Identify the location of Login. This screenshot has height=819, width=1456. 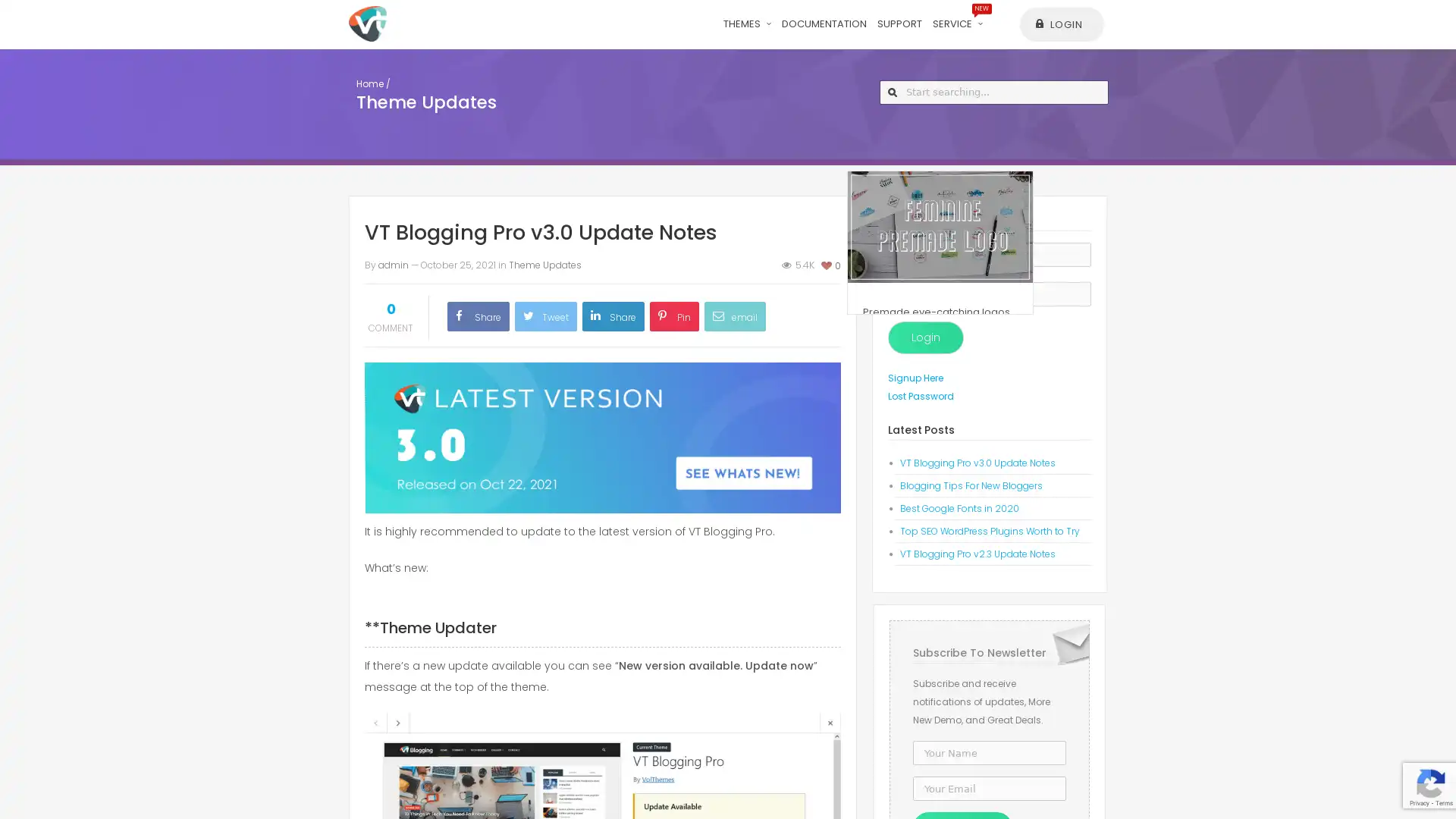
(924, 337).